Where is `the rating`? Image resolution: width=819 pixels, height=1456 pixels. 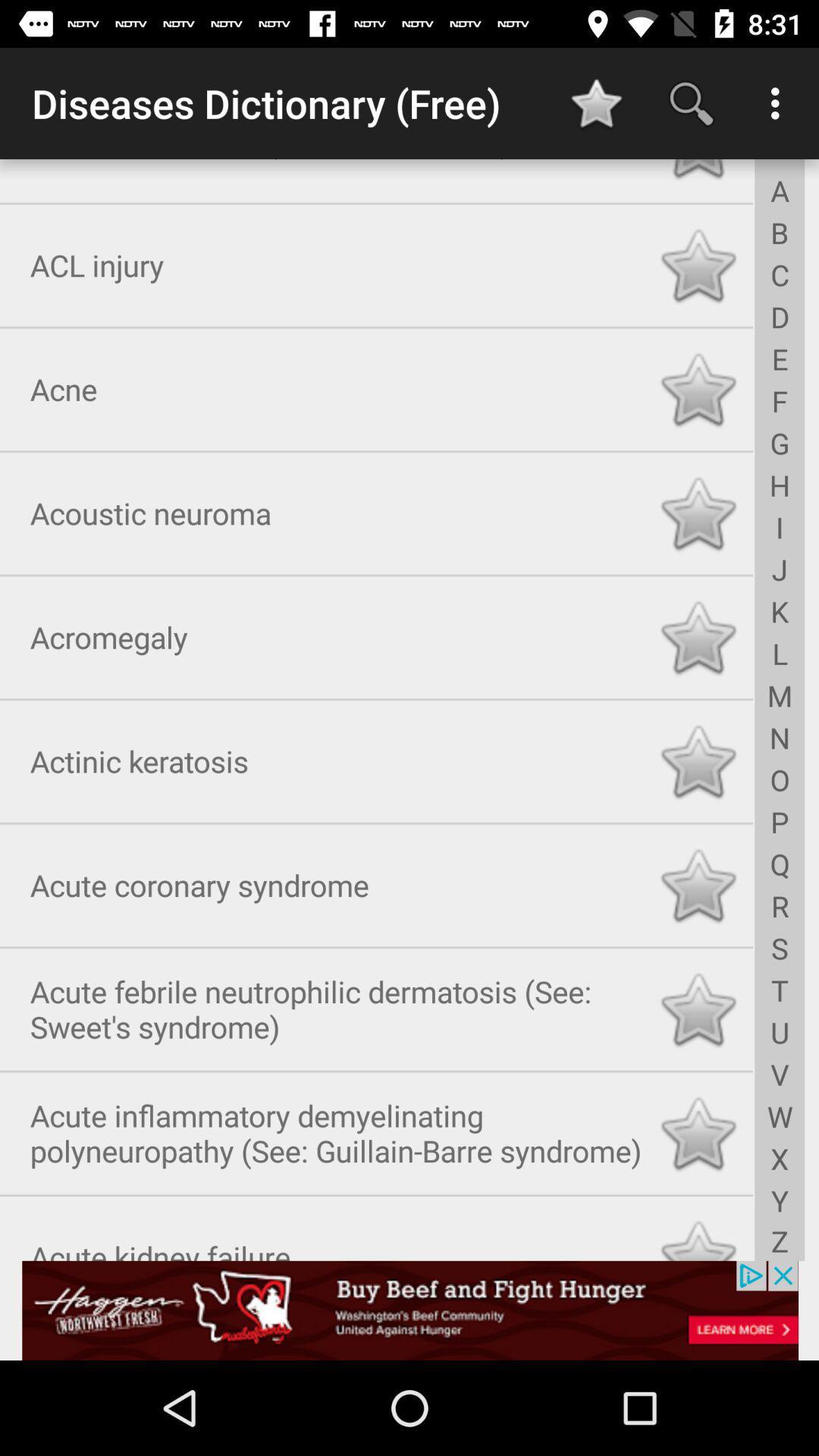 the rating is located at coordinates (698, 171).